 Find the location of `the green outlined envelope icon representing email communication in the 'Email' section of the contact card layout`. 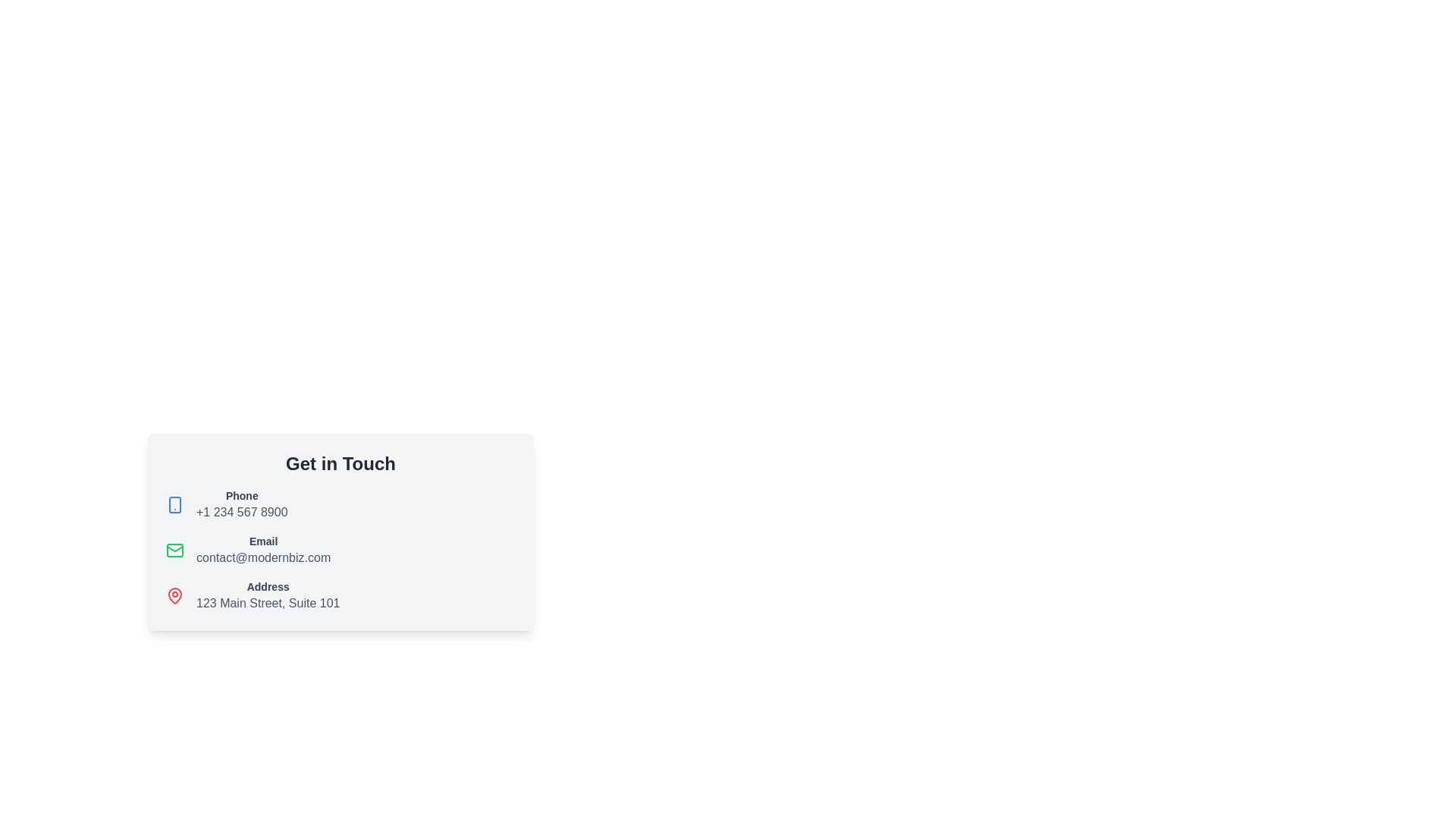

the green outlined envelope icon representing email communication in the 'Email' section of the contact card layout is located at coordinates (174, 550).